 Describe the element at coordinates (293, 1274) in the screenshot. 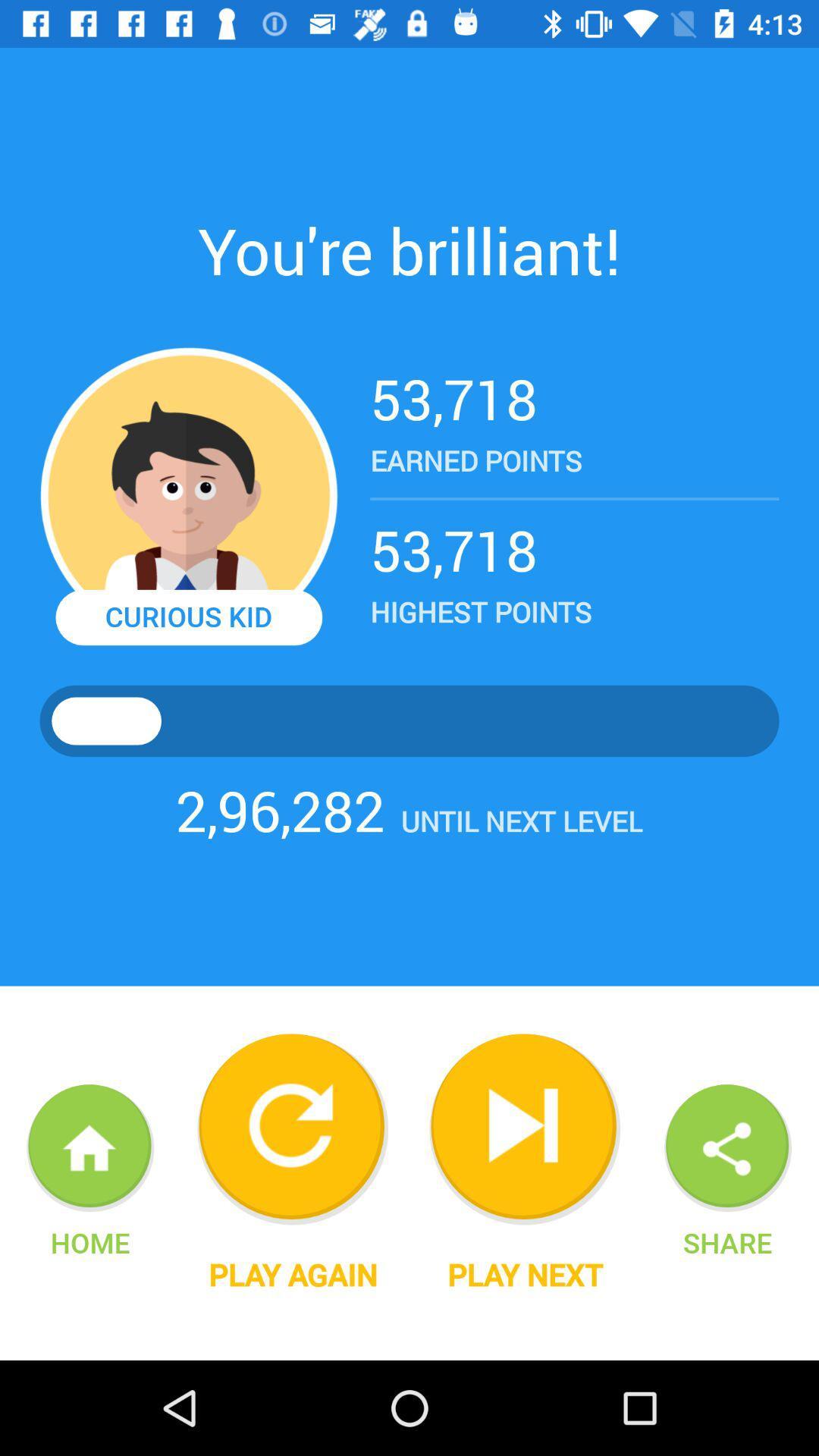

I see `play again item` at that location.